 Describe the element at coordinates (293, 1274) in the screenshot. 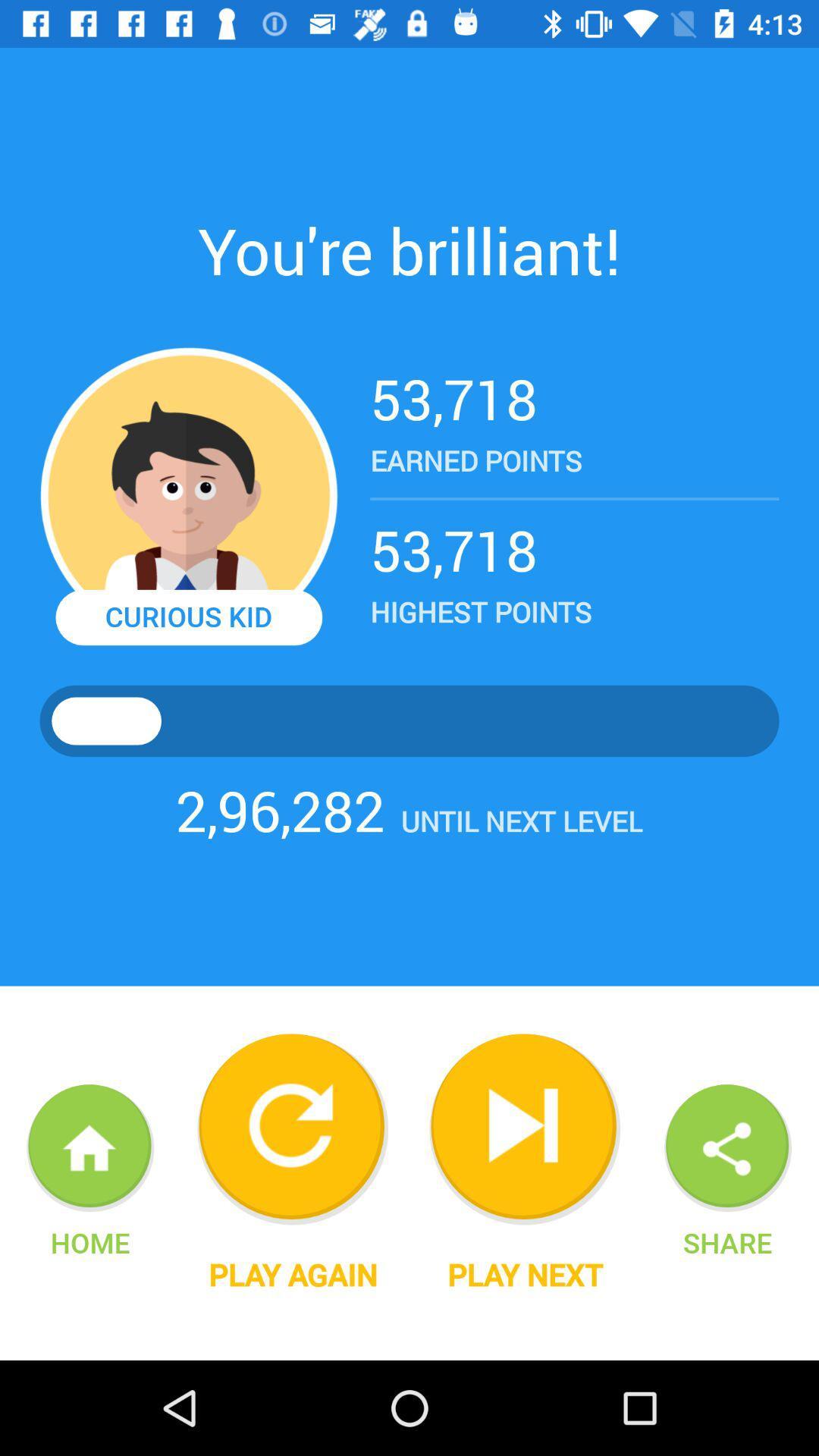

I see `play again item` at that location.